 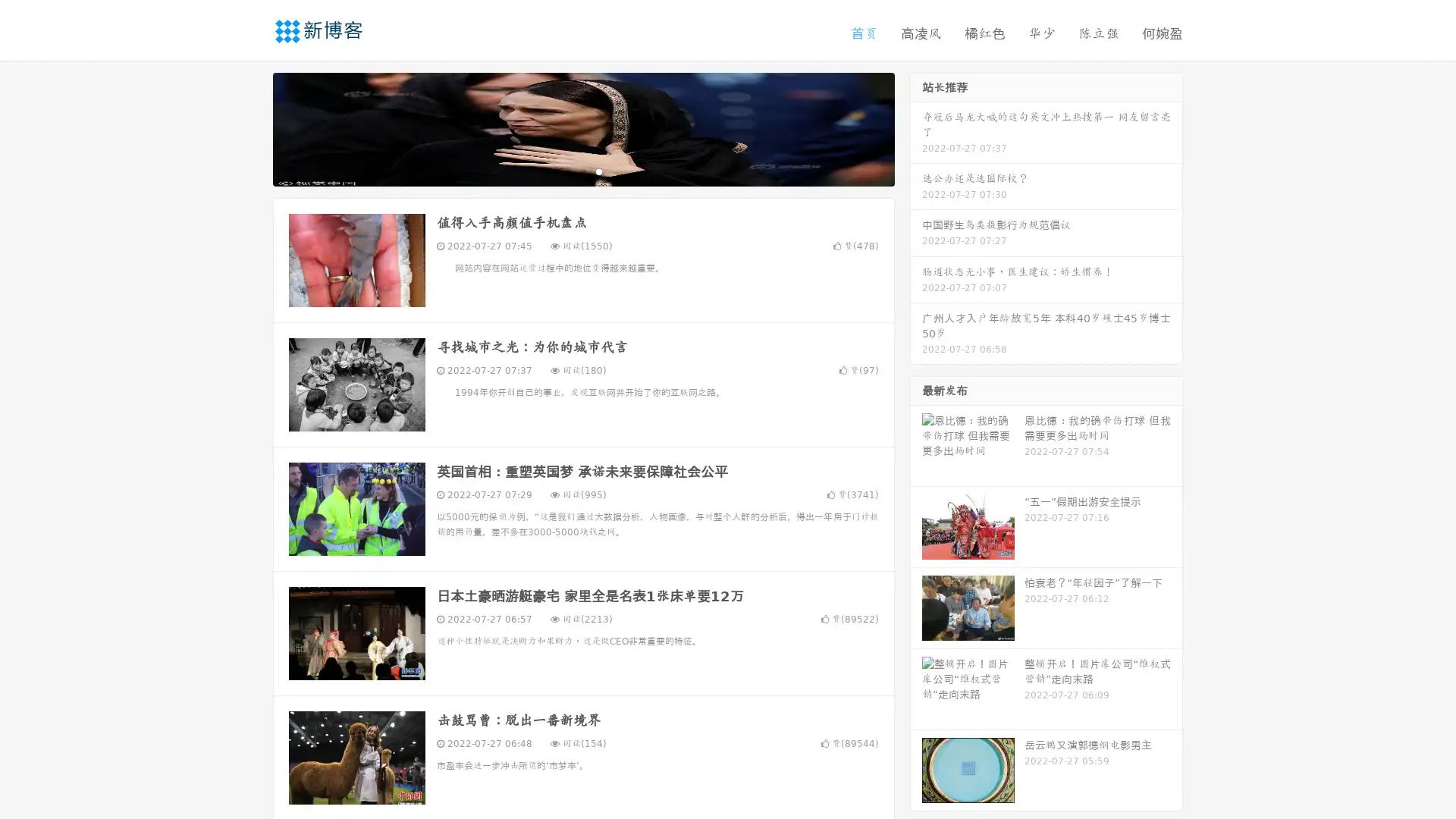 What do you see at coordinates (250, 127) in the screenshot?
I see `Previous slide` at bounding box center [250, 127].